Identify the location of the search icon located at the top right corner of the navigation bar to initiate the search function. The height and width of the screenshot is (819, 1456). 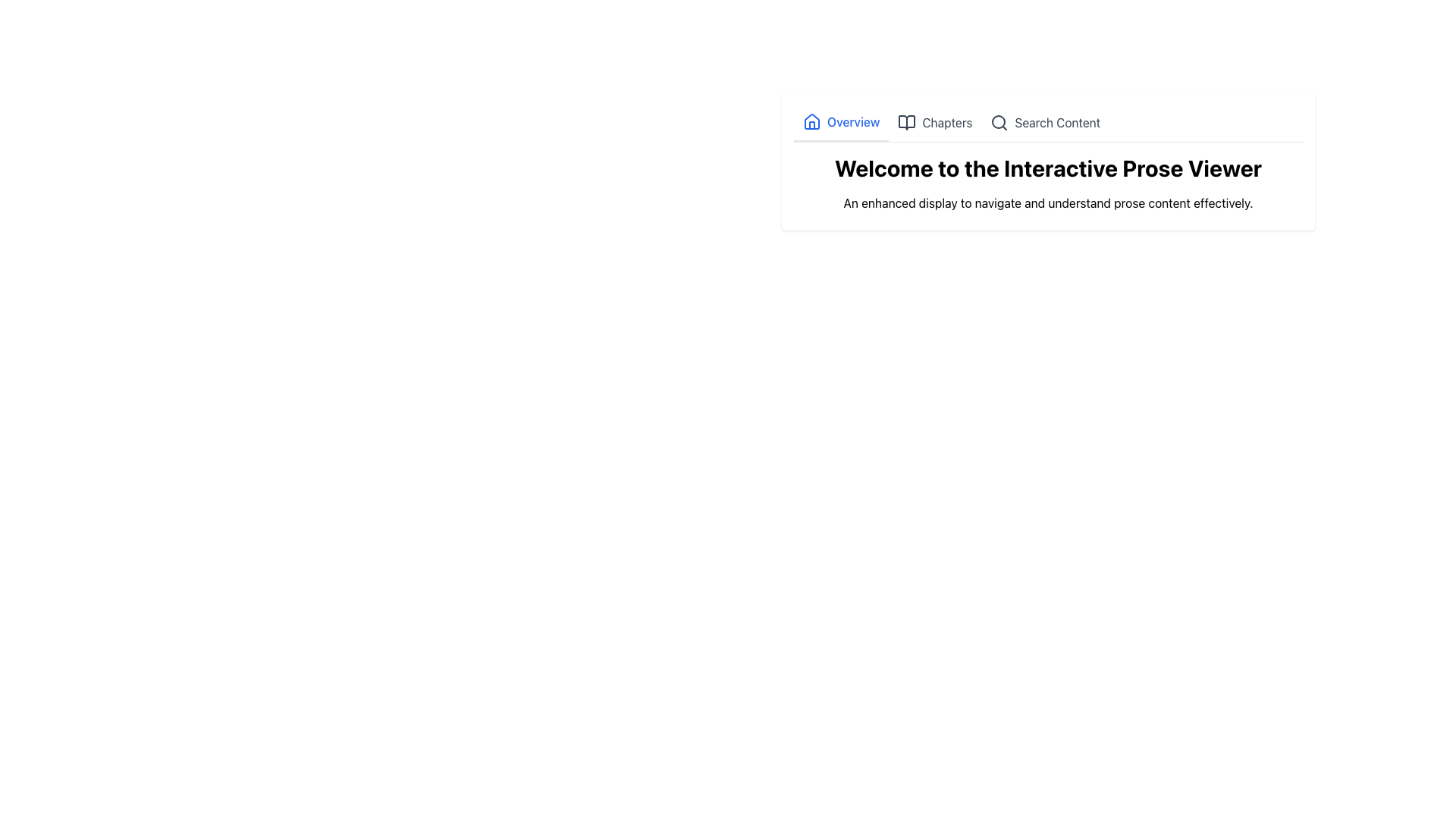
(999, 122).